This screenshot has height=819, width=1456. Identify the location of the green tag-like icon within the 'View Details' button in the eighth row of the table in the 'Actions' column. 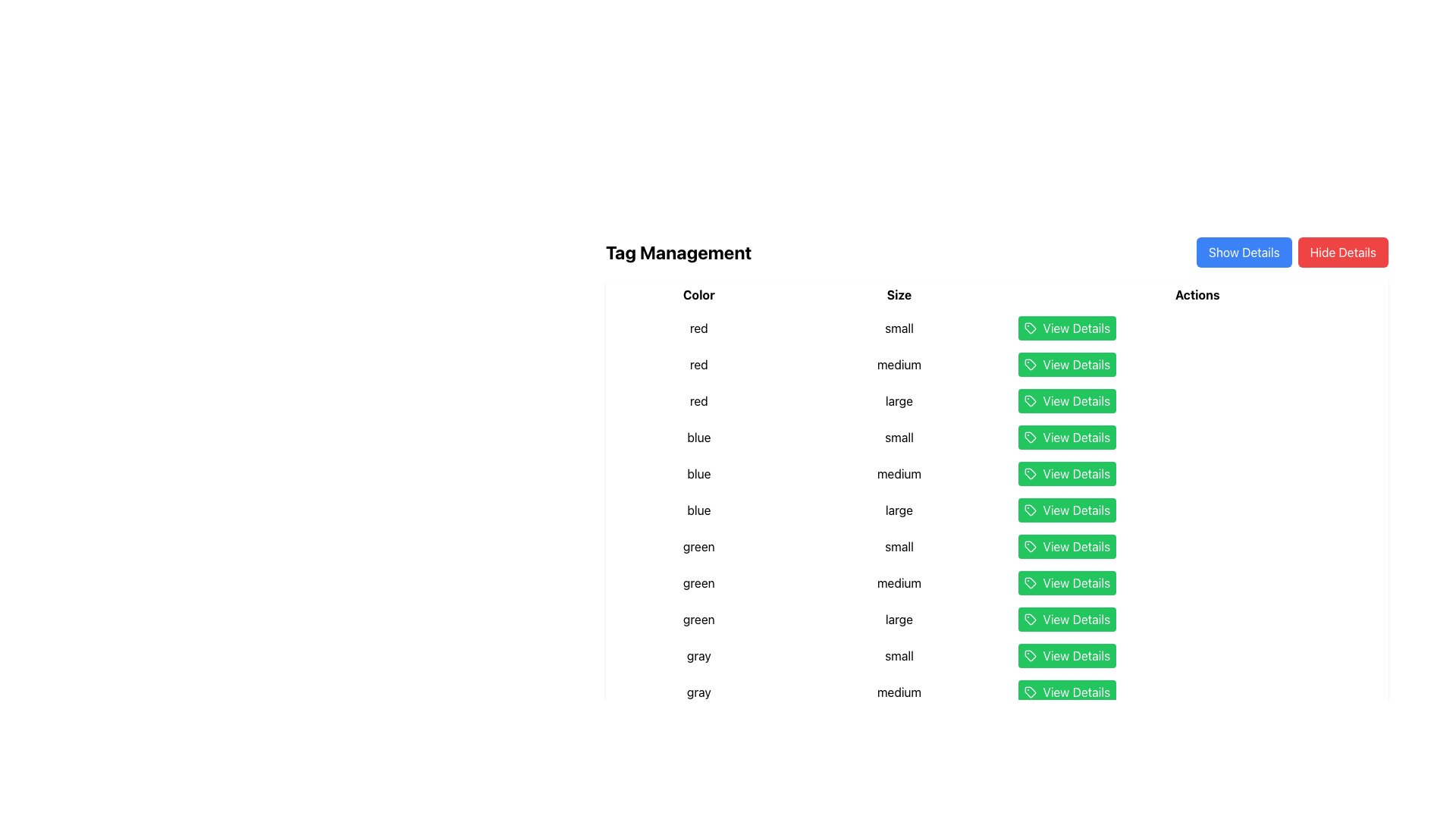
(1030, 581).